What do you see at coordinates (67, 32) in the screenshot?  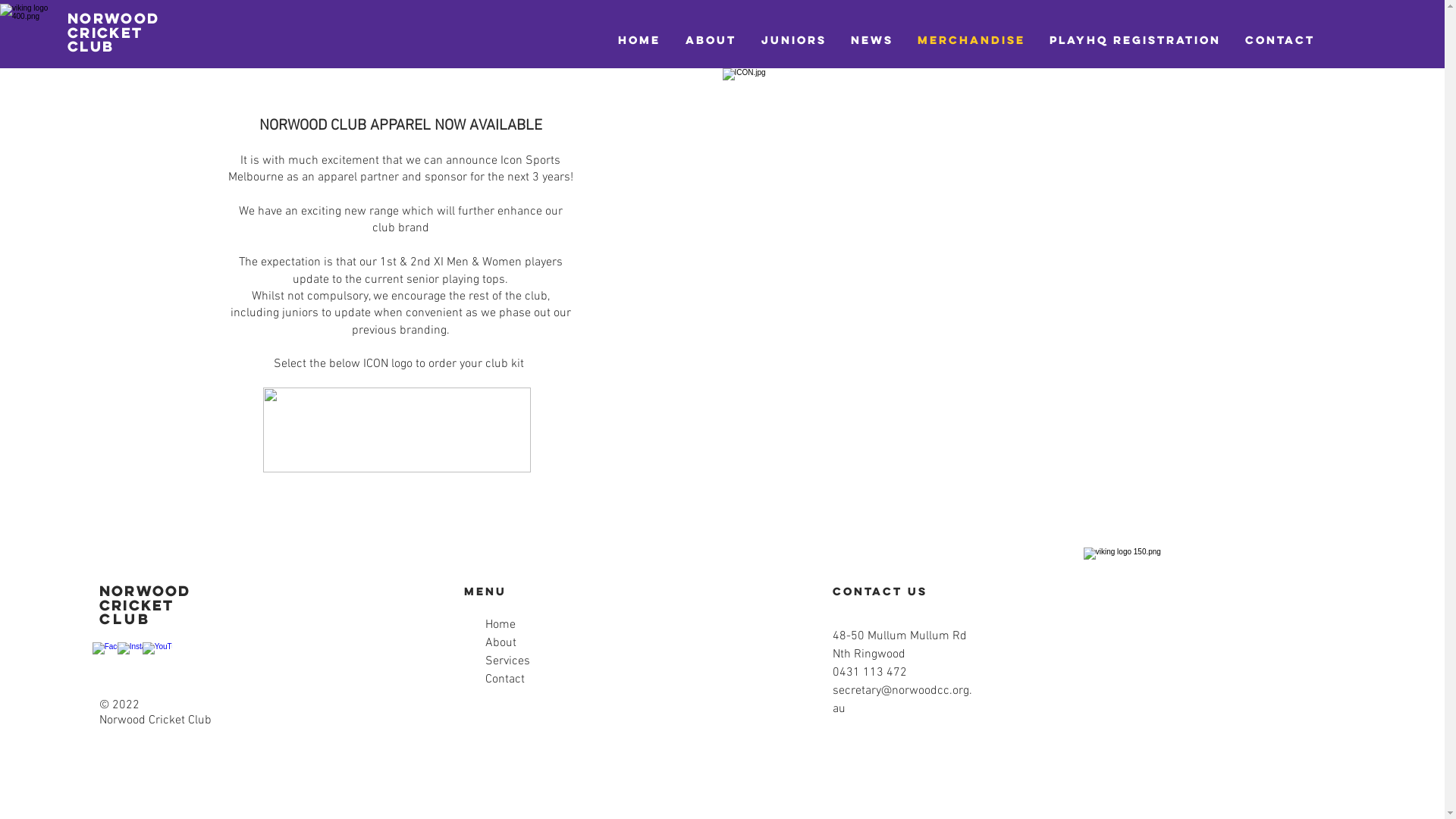 I see `'Norwood` at bounding box center [67, 32].